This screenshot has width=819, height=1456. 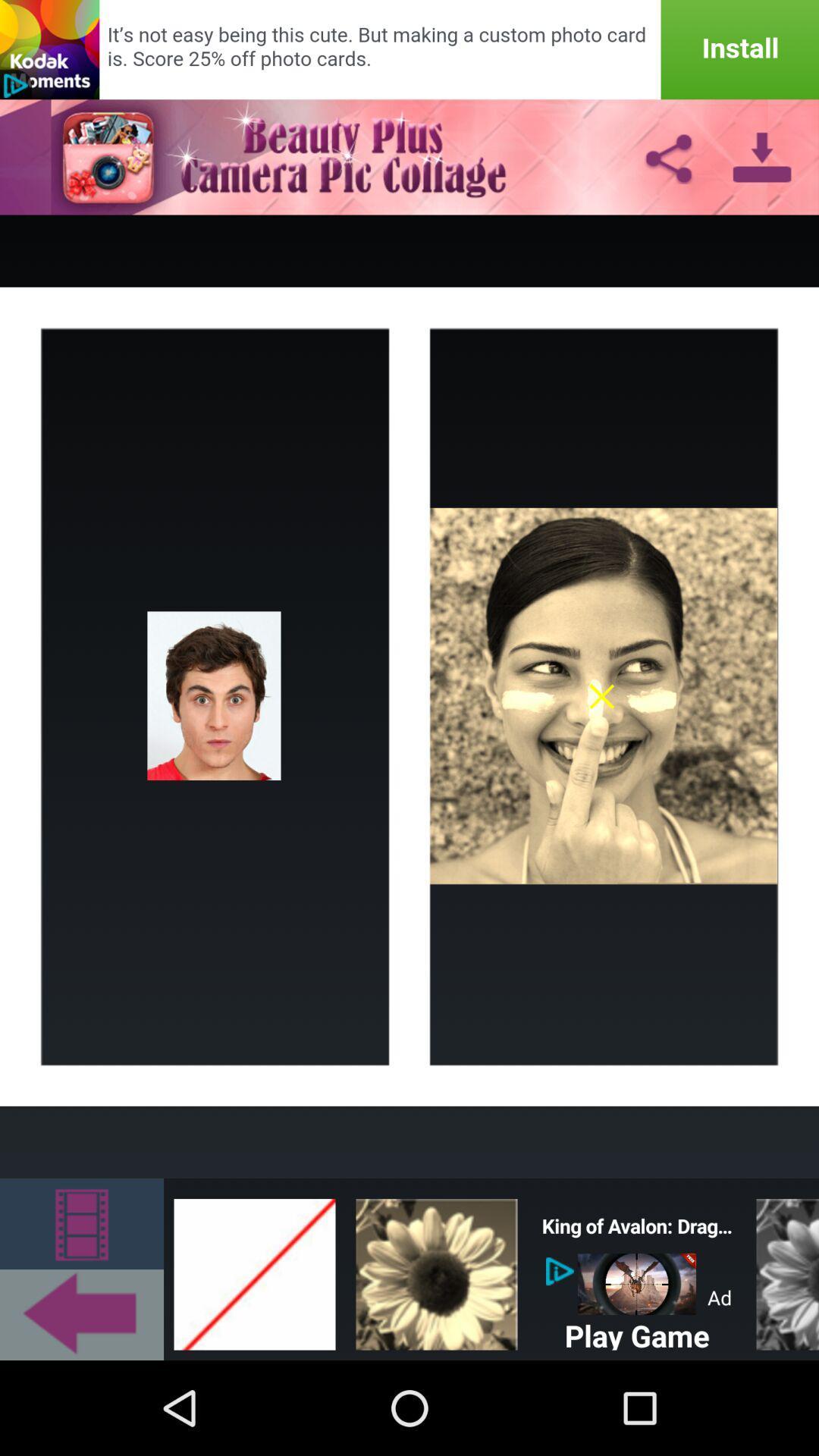 I want to click on the arrow_backward icon, so click(x=82, y=1406).